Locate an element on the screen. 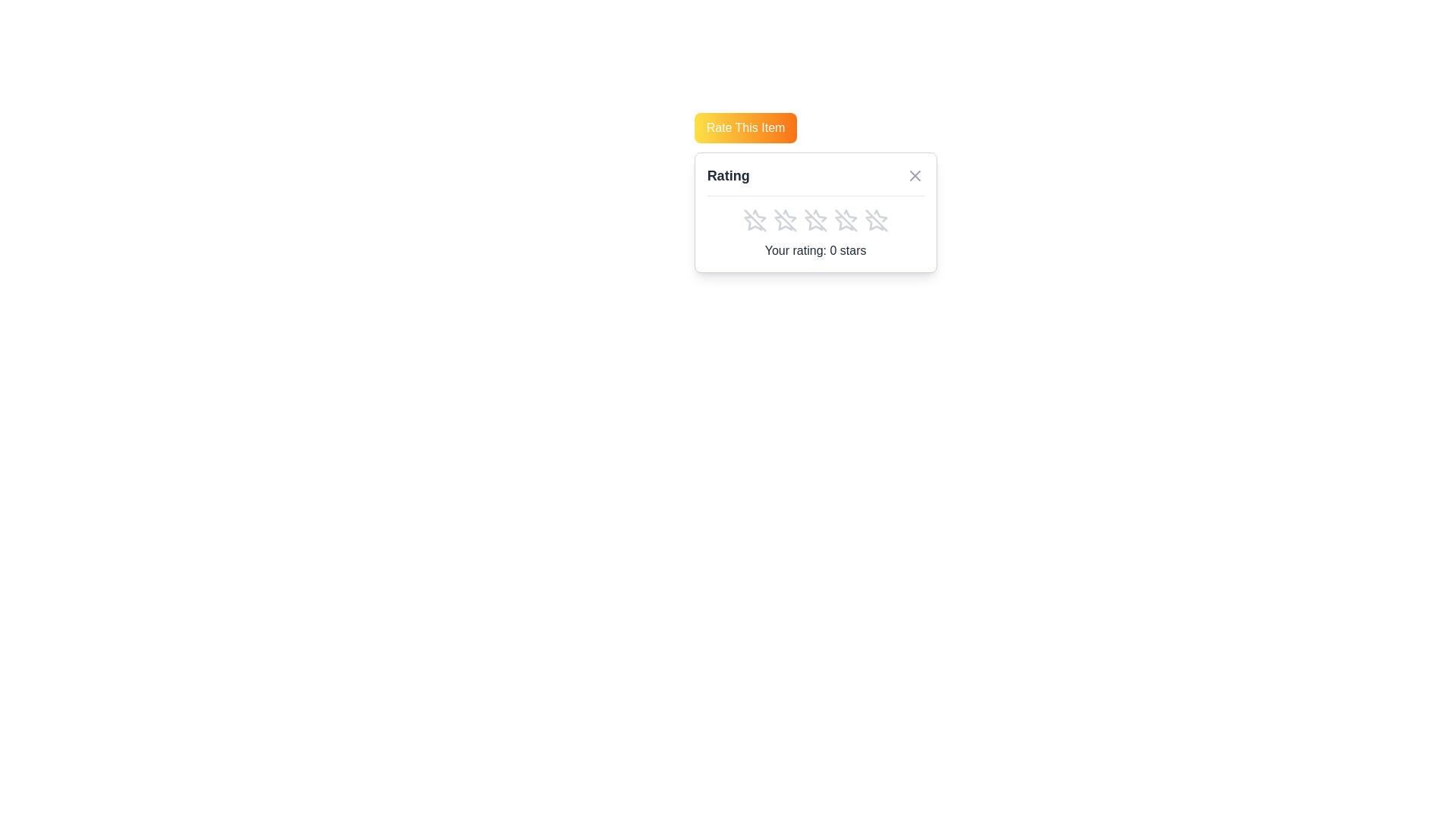  the third star icon in the rating section of the 'Rate This Item' popup to assign a 3-star rating is located at coordinates (814, 220).